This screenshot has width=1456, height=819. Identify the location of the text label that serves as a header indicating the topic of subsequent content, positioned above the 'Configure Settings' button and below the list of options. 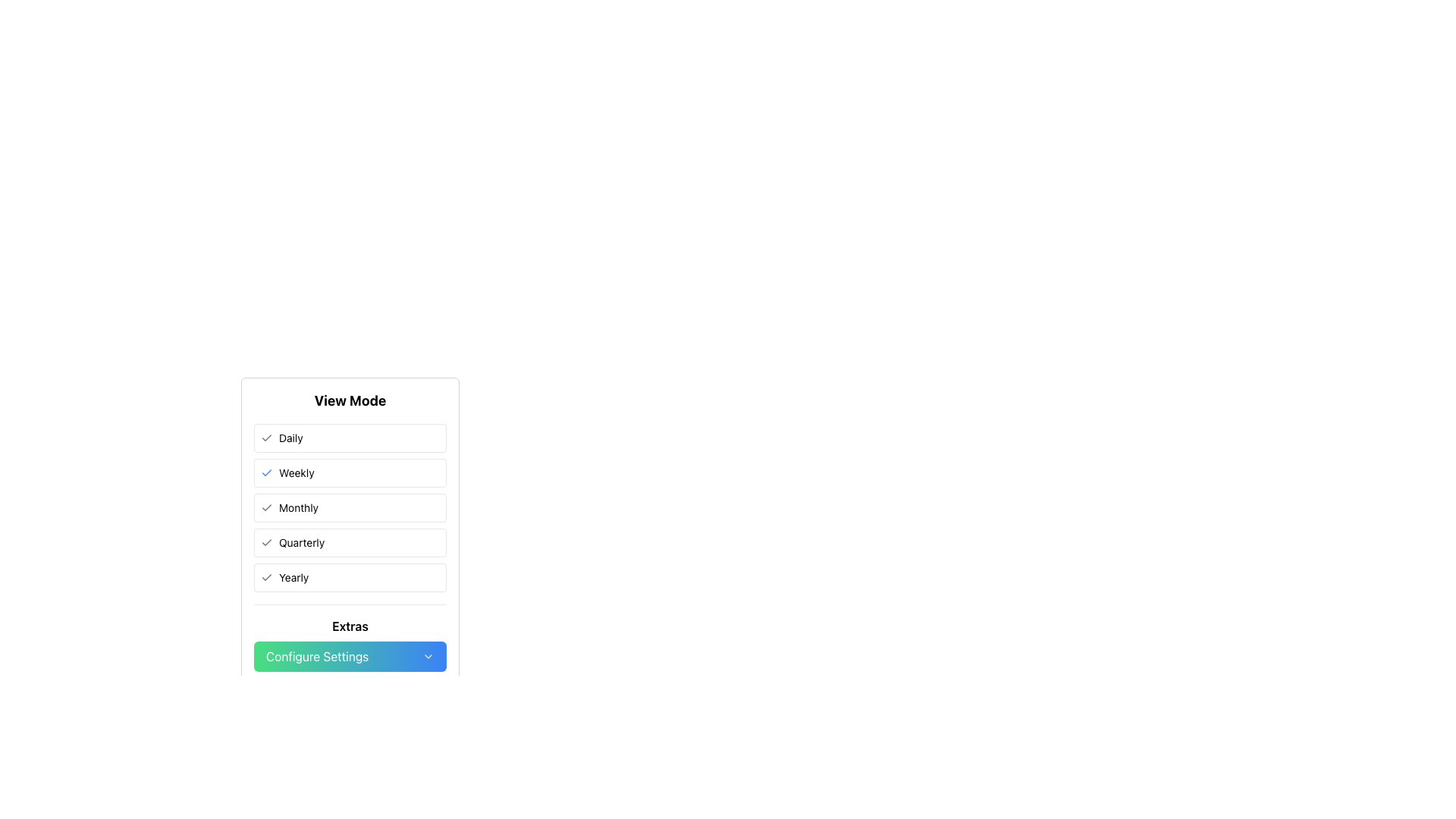
(349, 626).